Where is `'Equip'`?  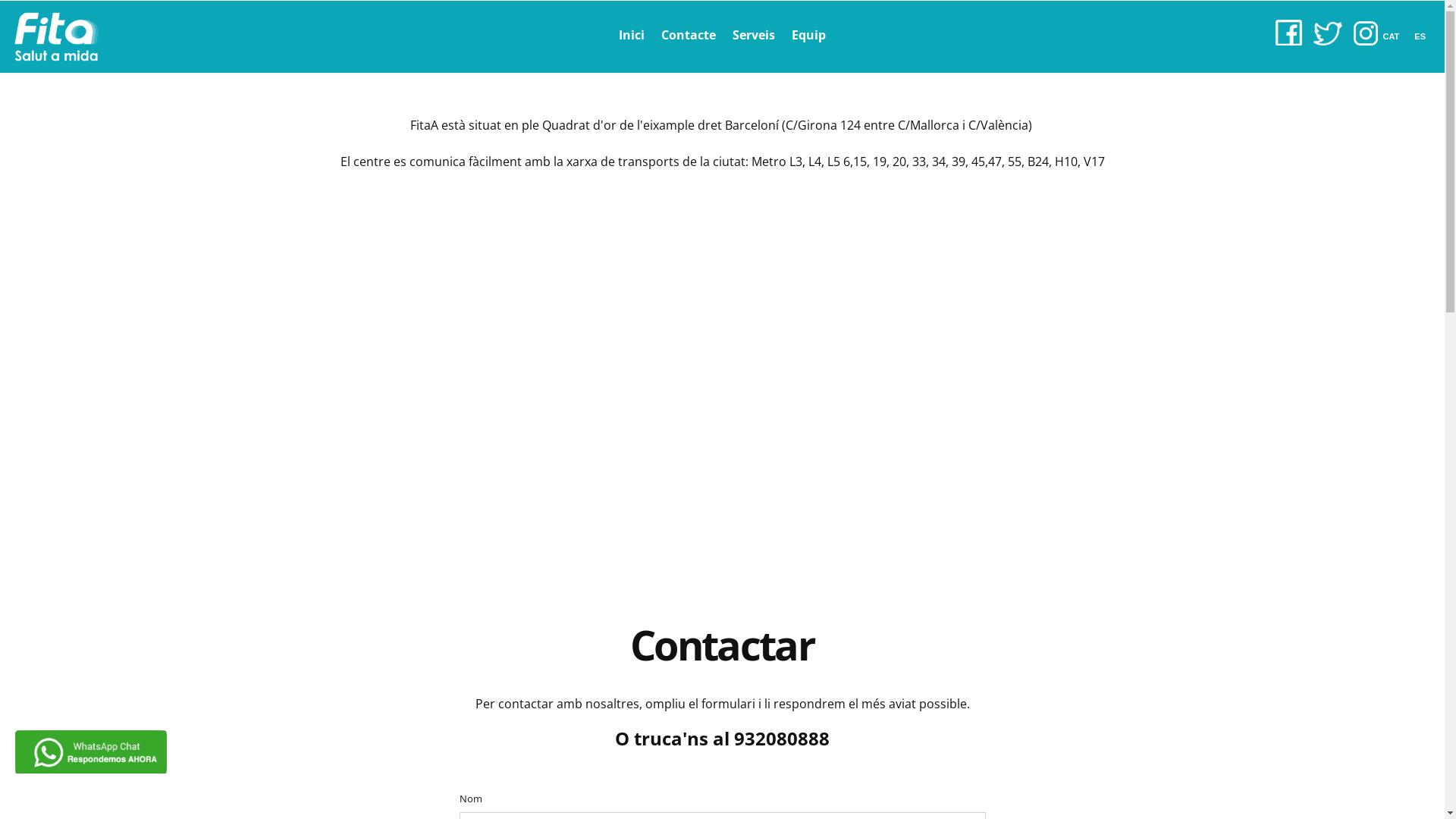
'Equip' is located at coordinates (808, 34).